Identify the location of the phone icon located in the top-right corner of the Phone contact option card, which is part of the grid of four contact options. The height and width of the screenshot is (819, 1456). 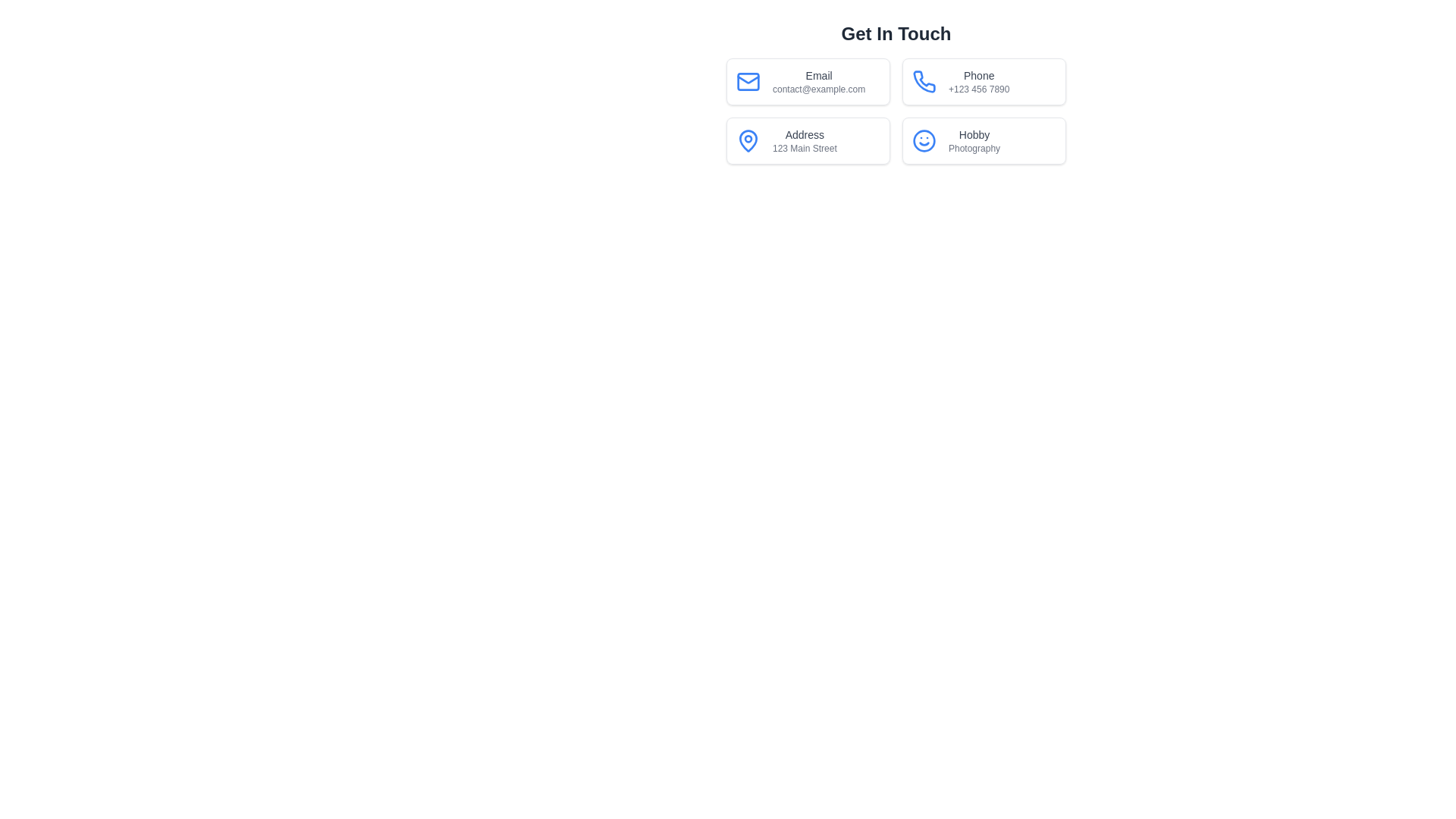
(924, 82).